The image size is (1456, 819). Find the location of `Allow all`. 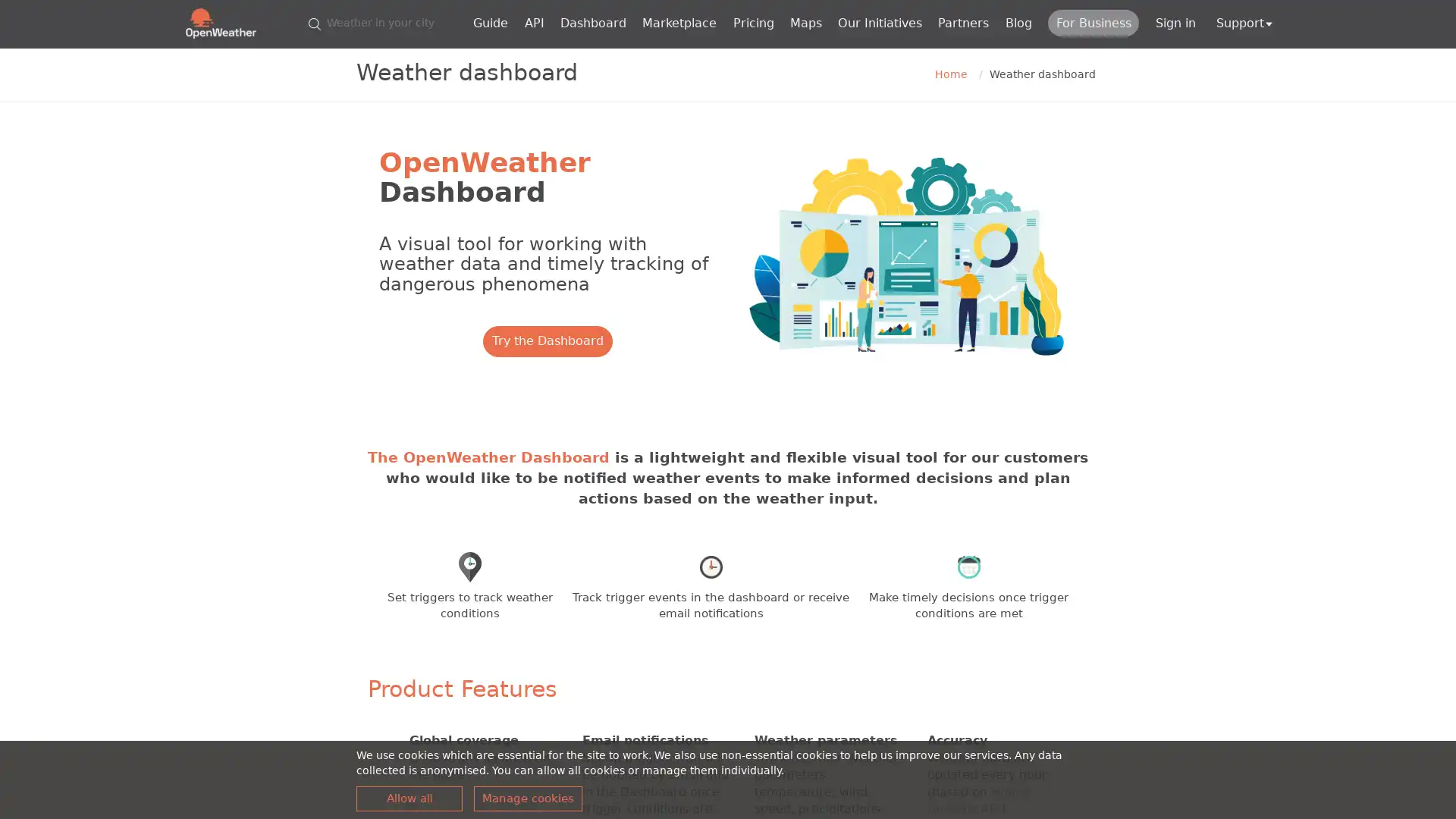

Allow all is located at coordinates (409, 798).